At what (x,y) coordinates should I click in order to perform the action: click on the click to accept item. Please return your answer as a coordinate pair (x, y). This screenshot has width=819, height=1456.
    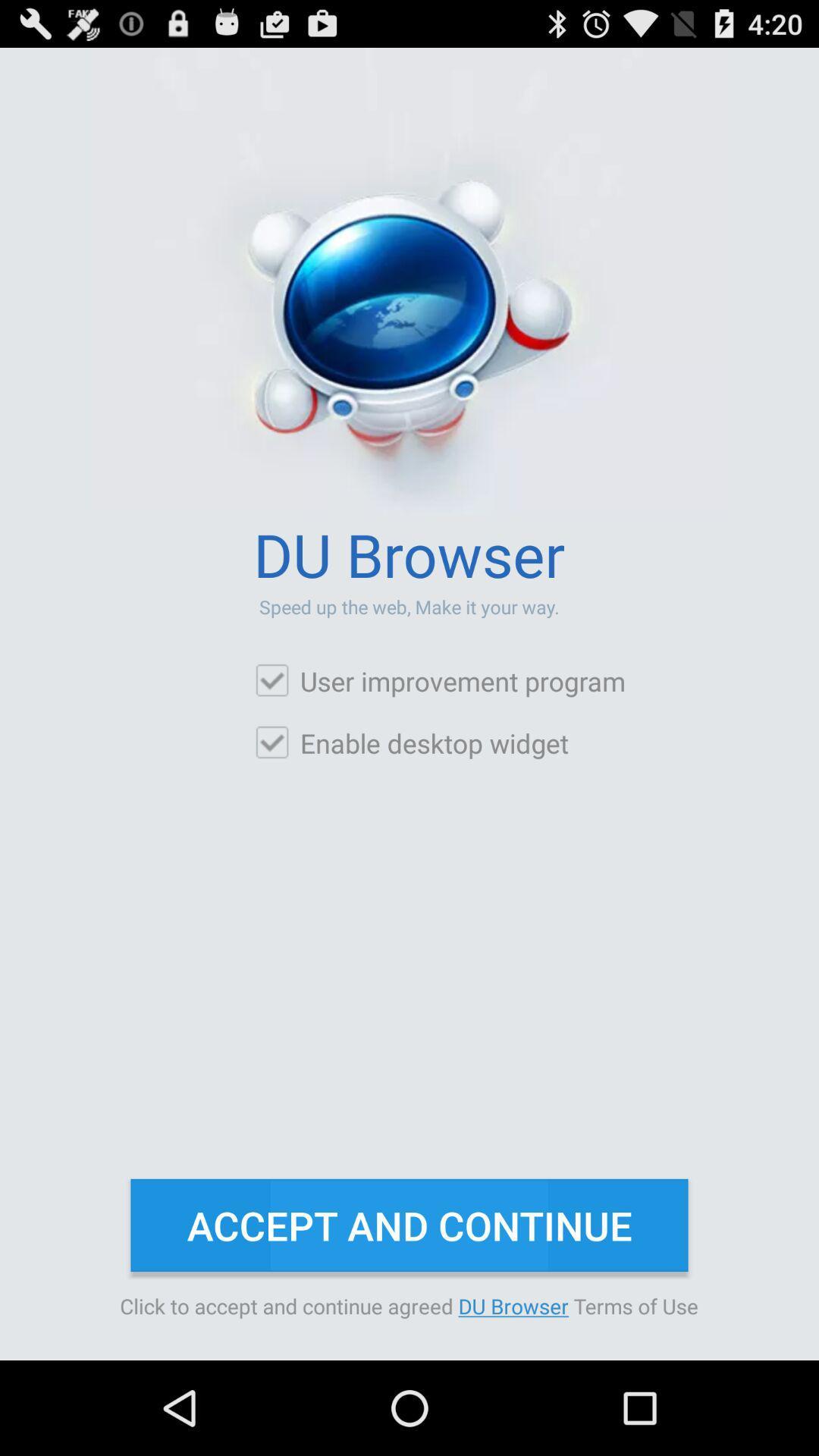
    Looking at the image, I should click on (408, 1305).